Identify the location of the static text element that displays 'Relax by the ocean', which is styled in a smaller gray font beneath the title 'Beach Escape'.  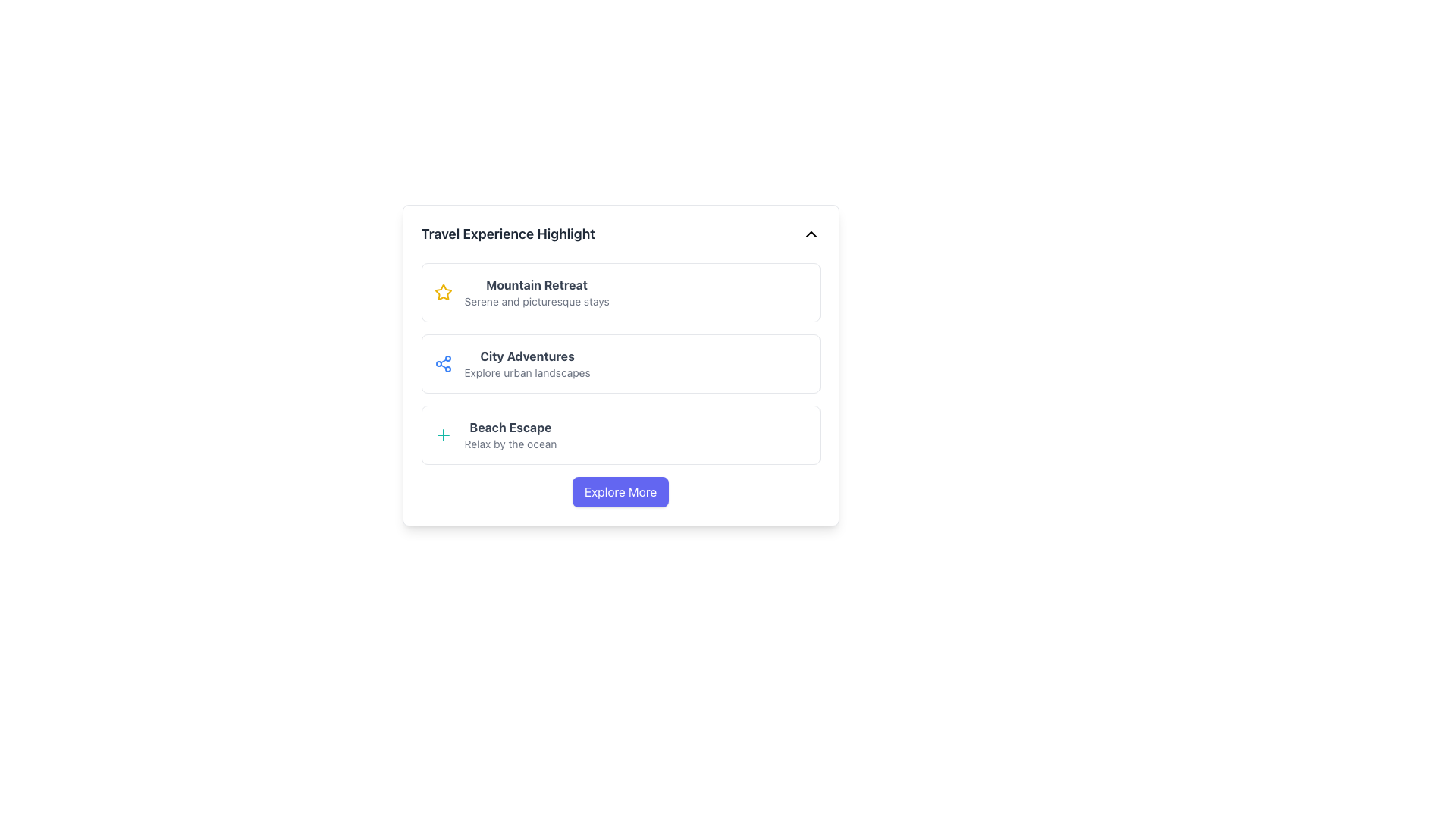
(510, 444).